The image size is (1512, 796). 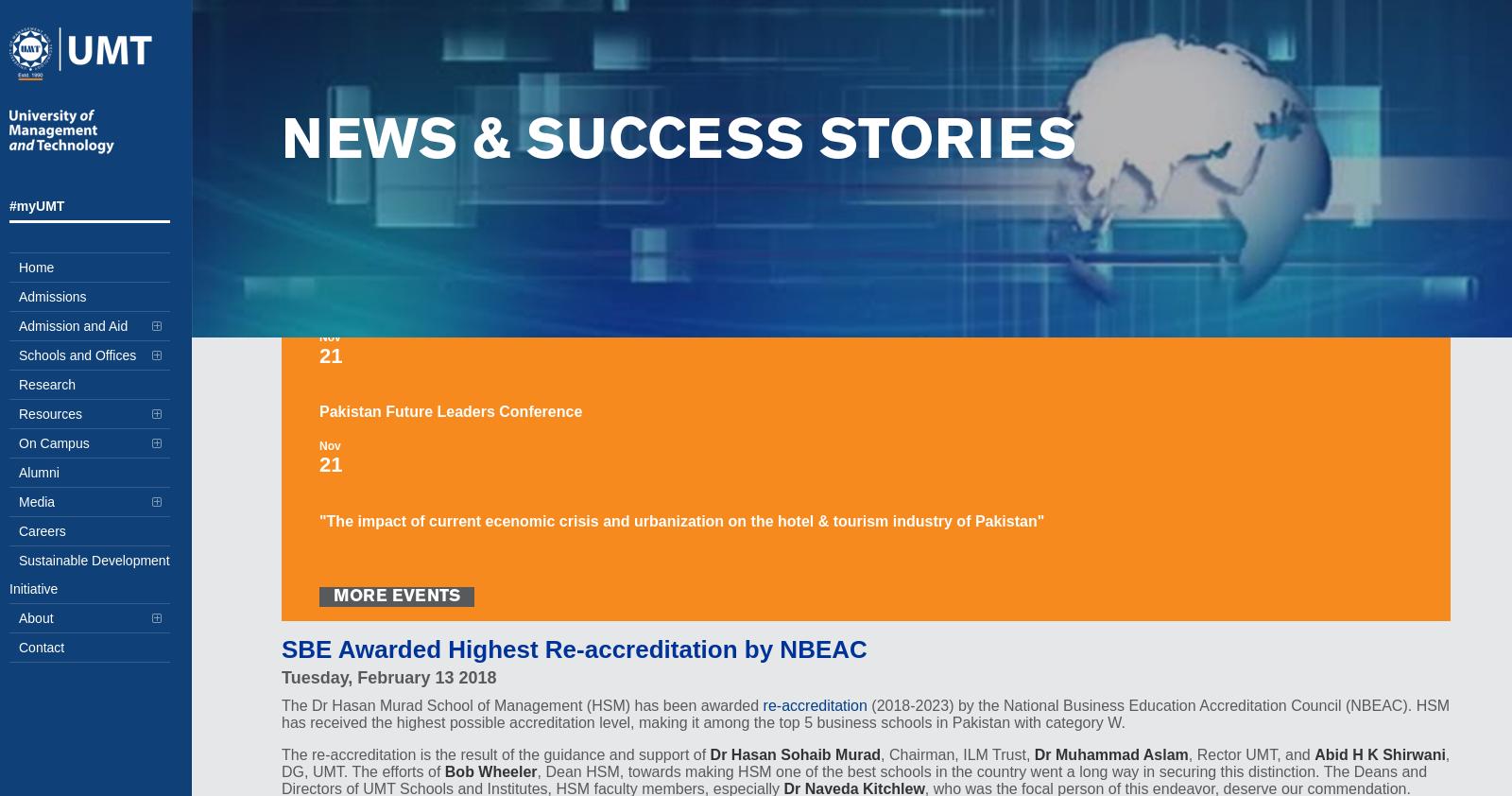 I want to click on '"The impact of current ecenomic crisis and urbanization on the hotel & tourism industry of Pakistan"', so click(x=681, y=519).